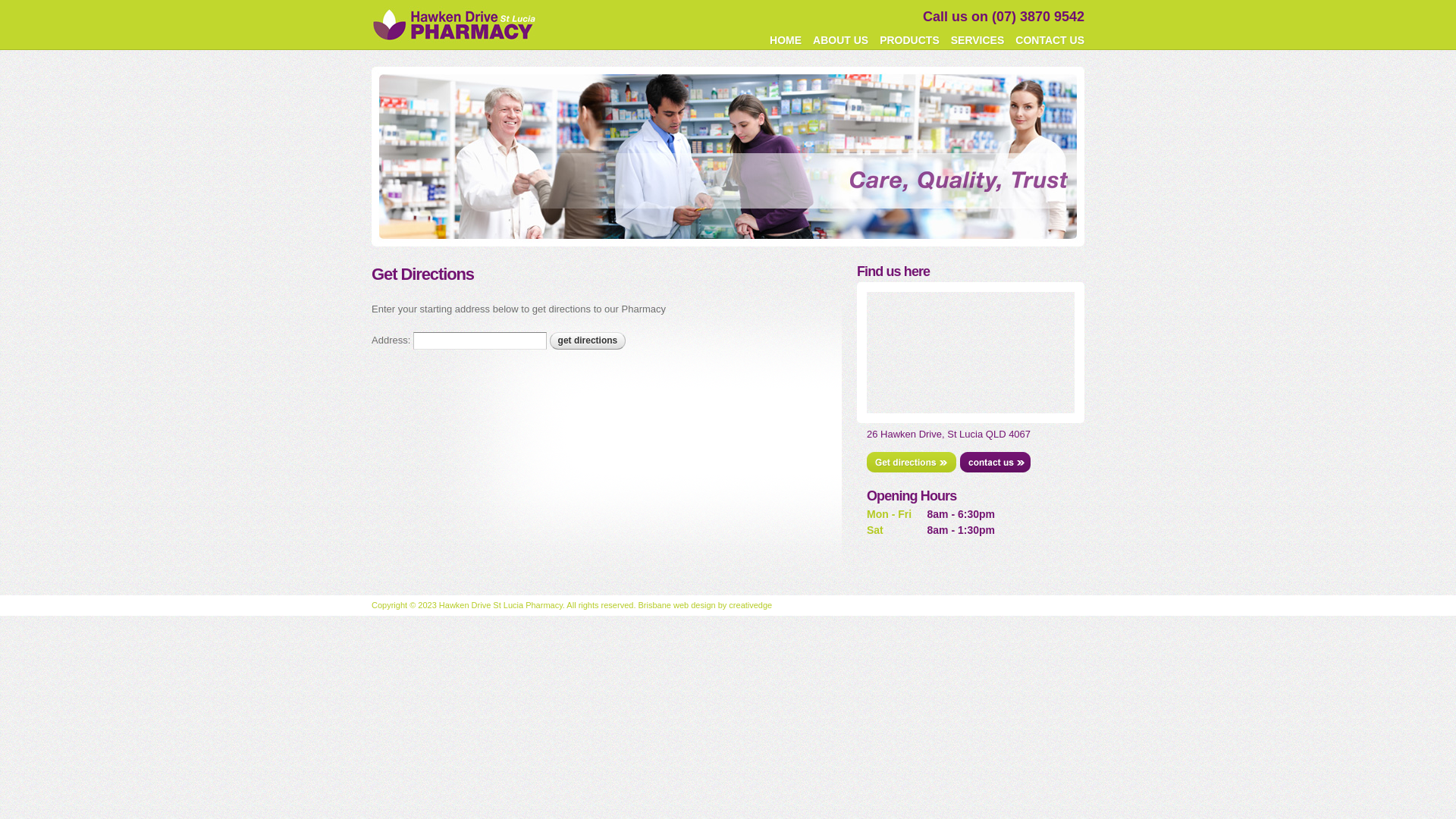 This screenshot has height=819, width=1456. I want to click on '26 Hawken Drive, St Lucia QLD 4067', so click(948, 434).